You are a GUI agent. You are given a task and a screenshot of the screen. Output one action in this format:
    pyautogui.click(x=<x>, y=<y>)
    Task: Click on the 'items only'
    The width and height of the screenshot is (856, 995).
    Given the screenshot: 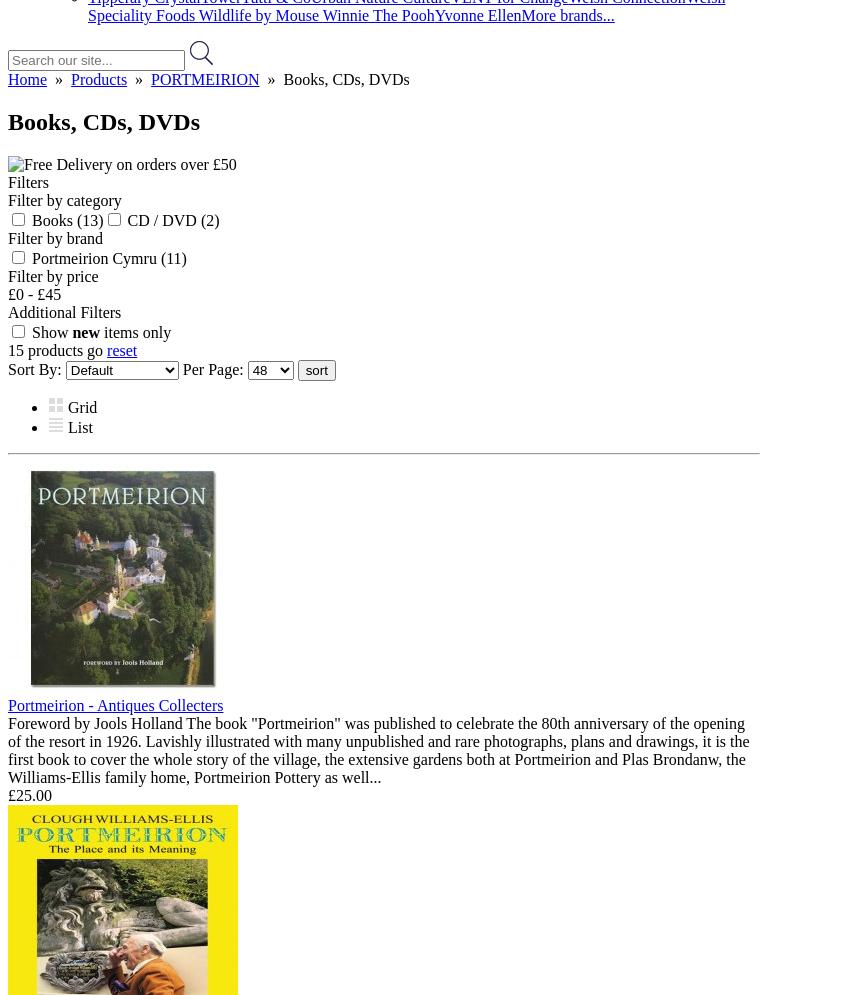 What is the action you would take?
    pyautogui.click(x=134, y=331)
    